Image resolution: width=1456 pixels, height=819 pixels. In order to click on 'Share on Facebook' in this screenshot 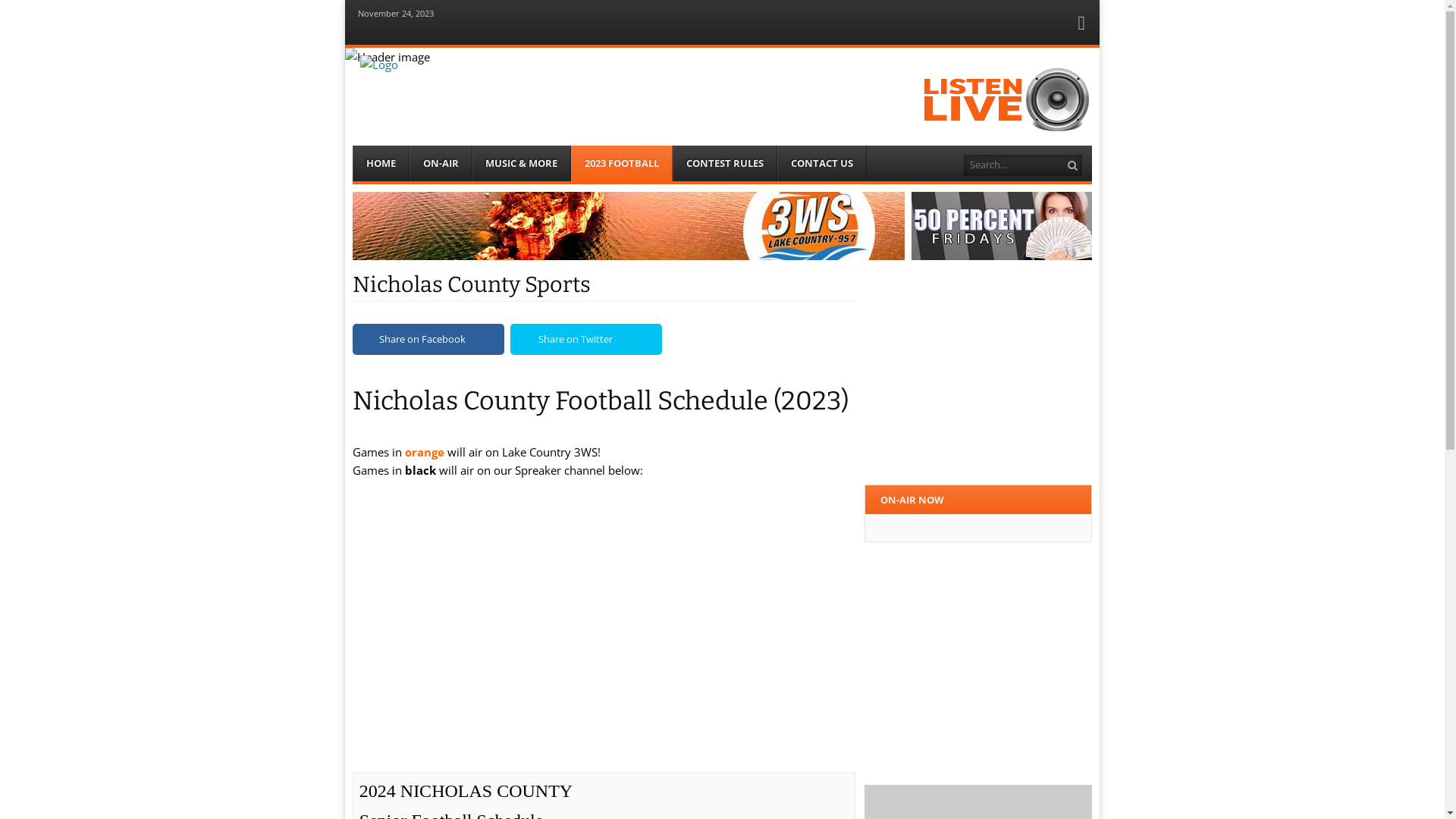, I will do `click(428, 338)`.